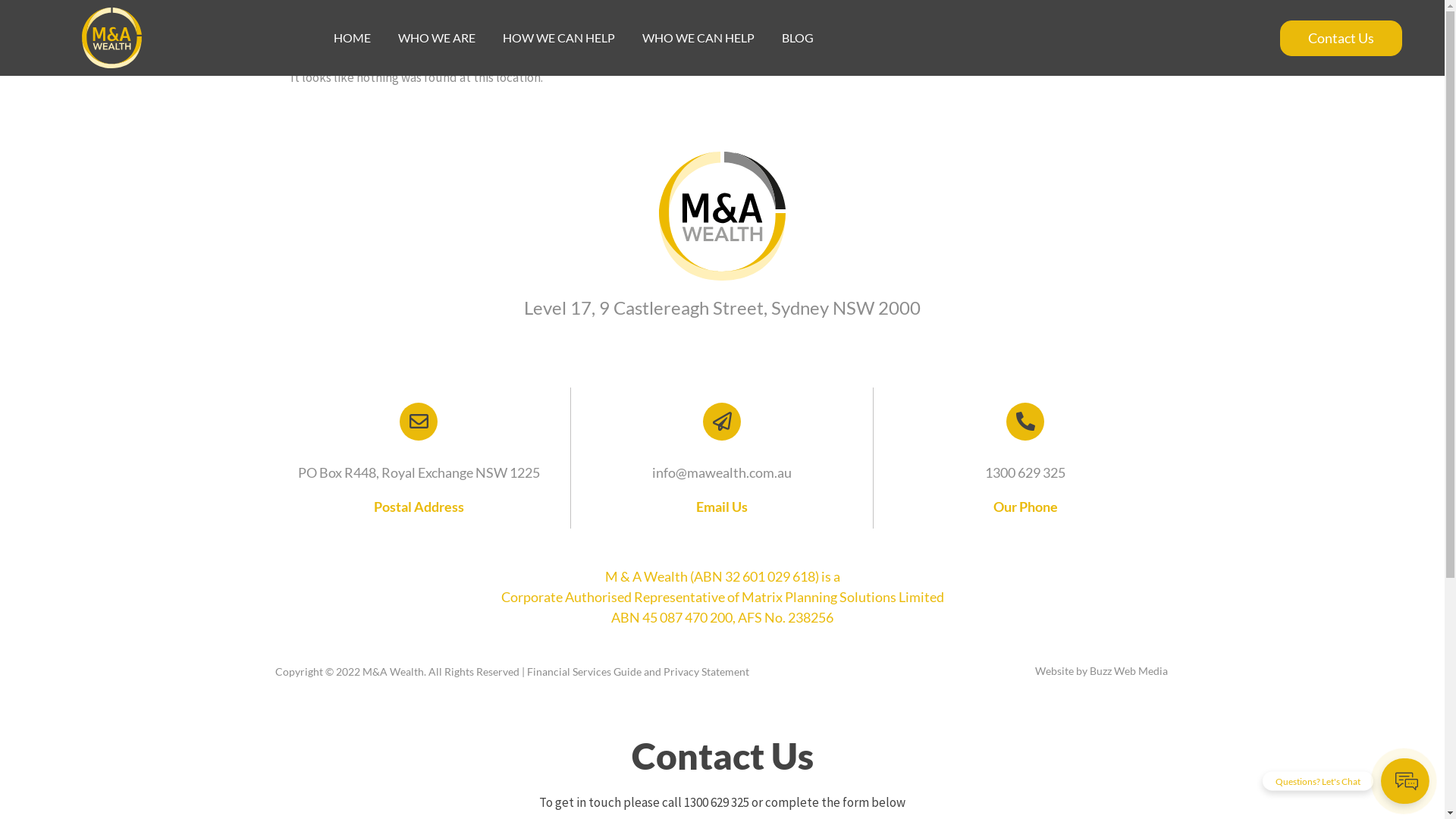 The image size is (1456, 819). I want to click on 'Website by Buzz Web Media', so click(1100, 670).